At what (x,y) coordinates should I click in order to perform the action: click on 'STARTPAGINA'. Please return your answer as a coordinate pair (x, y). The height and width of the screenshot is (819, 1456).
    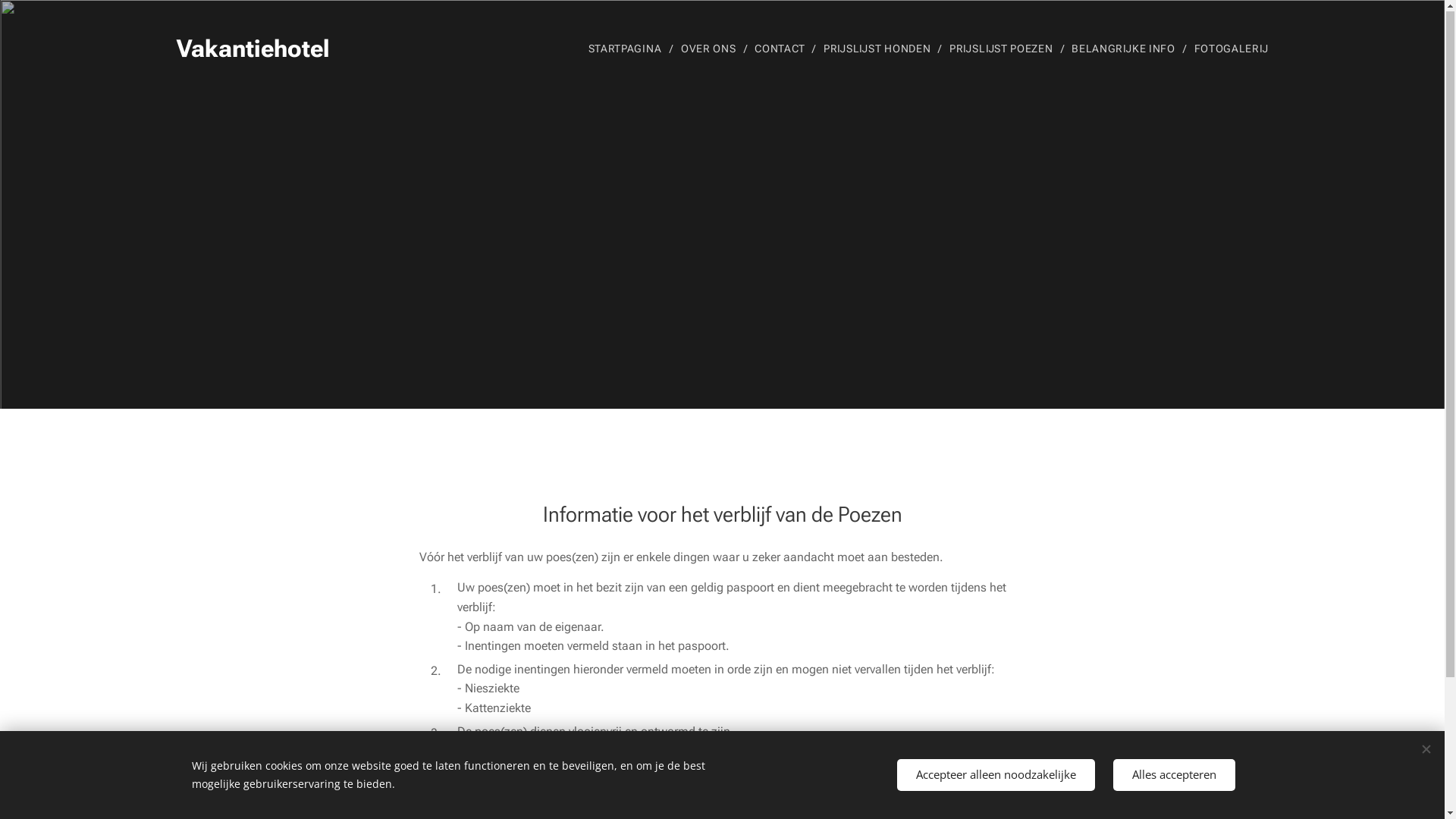
    Looking at the image, I should click on (629, 49).